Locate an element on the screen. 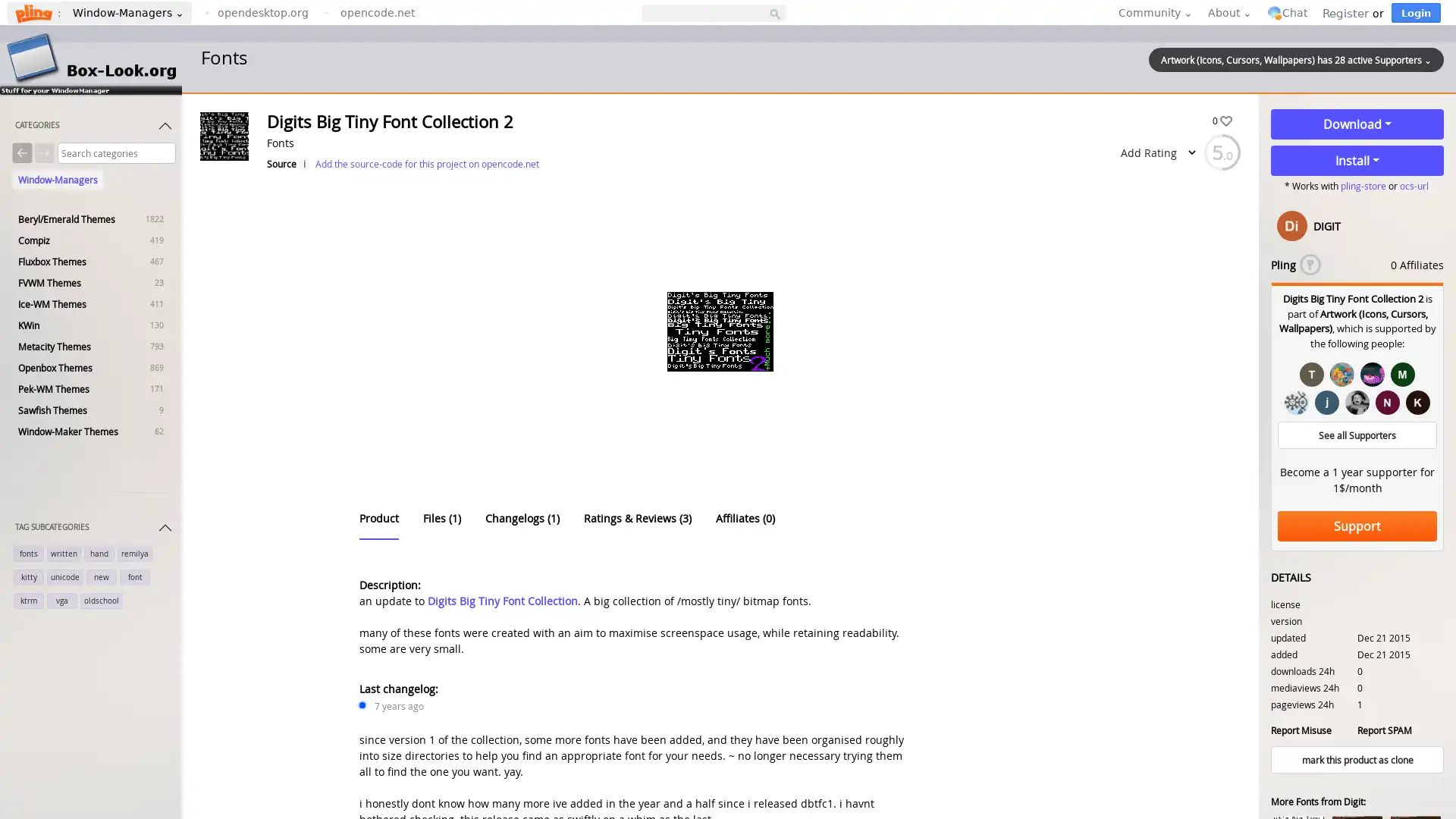  Install is located at coordinates (1357, 161).